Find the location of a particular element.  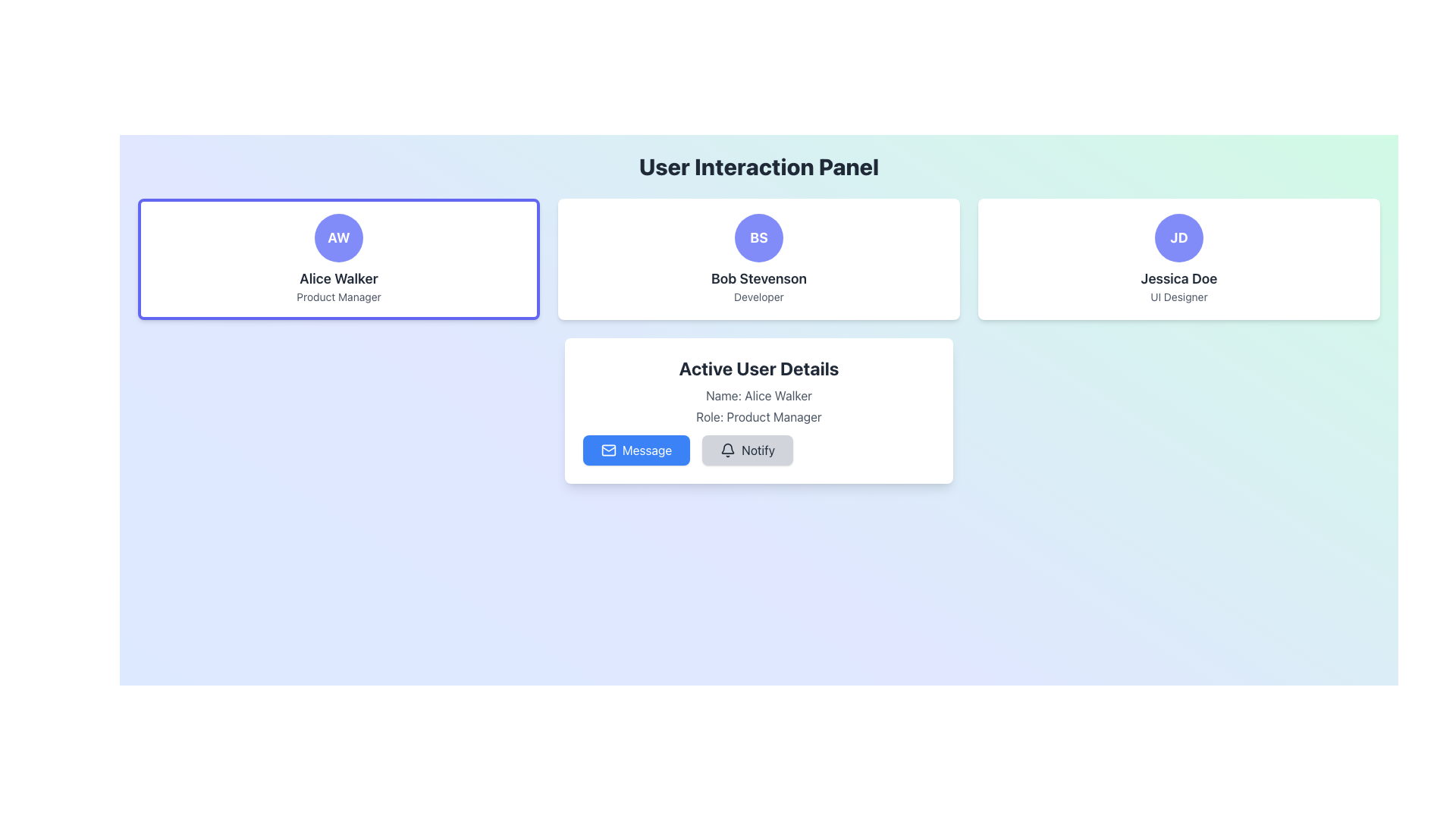

the 'Message' button which contains the small SVG rectangle inside the envelope-shaped icon located in the lower-left region of the 'Active User Details' panel is located at coordinates (608, 450).